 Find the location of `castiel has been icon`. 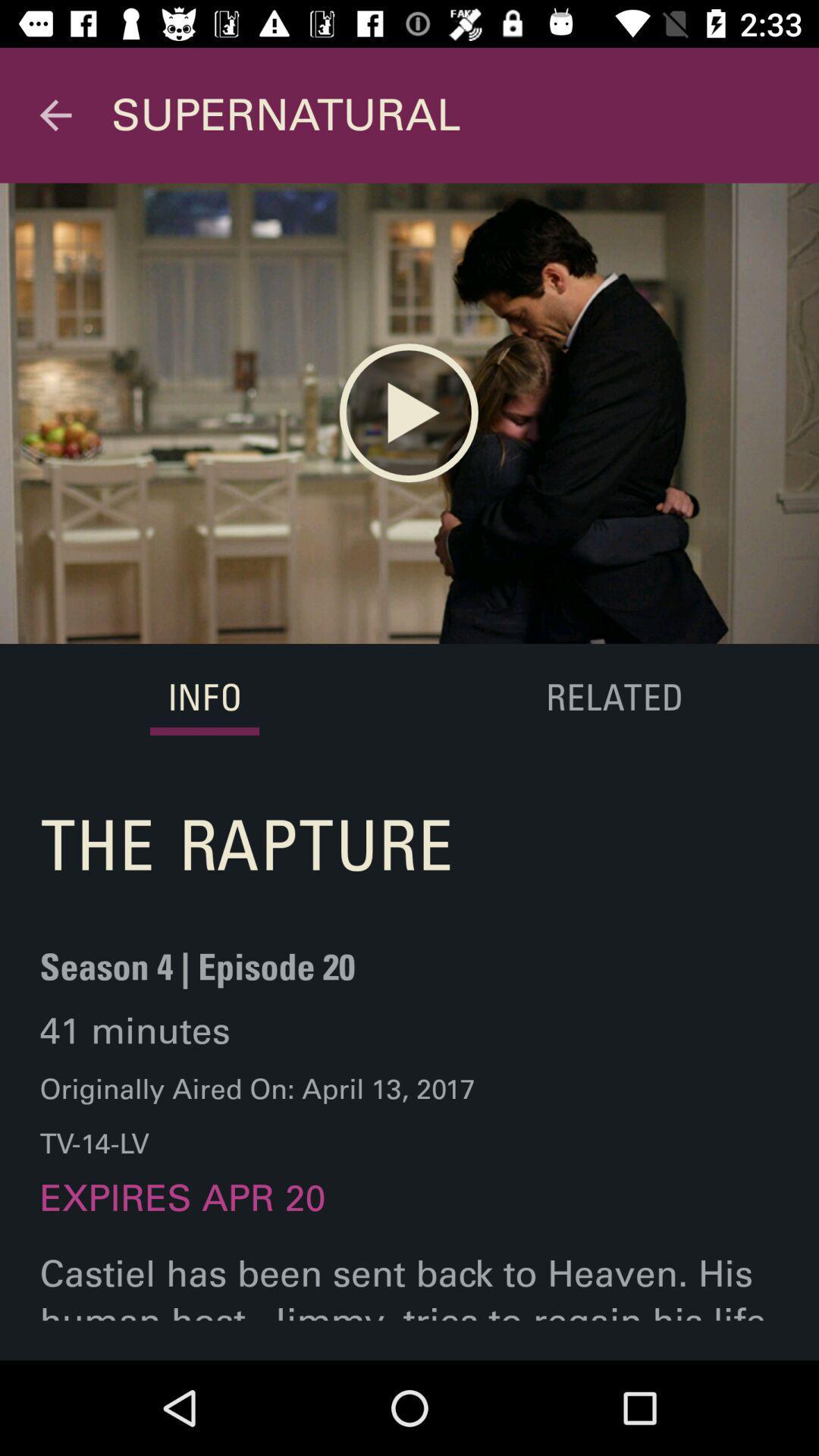

castiel has been icon is located at coordinates (409, 1305).